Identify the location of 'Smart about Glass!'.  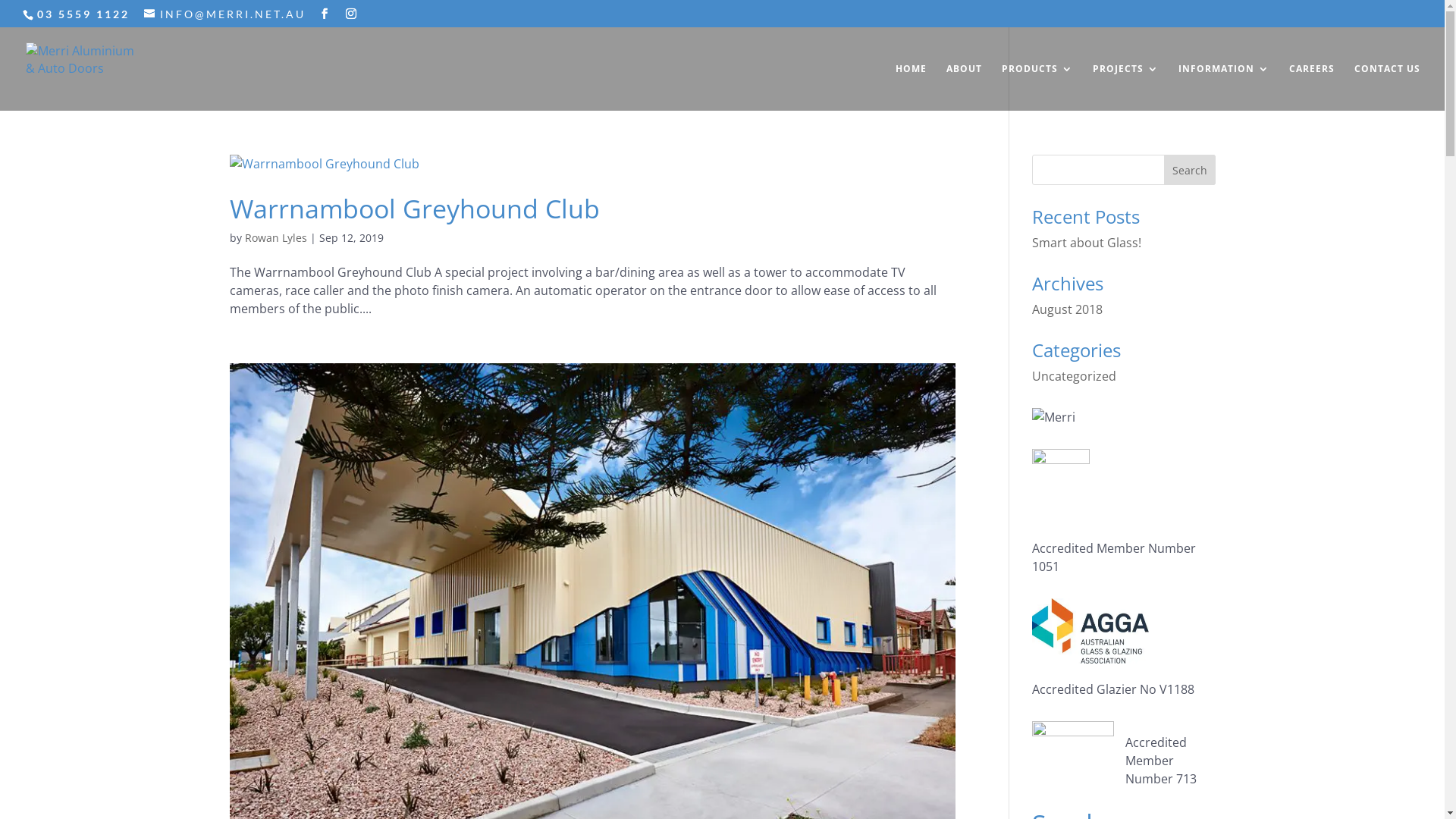
(1086, 242).